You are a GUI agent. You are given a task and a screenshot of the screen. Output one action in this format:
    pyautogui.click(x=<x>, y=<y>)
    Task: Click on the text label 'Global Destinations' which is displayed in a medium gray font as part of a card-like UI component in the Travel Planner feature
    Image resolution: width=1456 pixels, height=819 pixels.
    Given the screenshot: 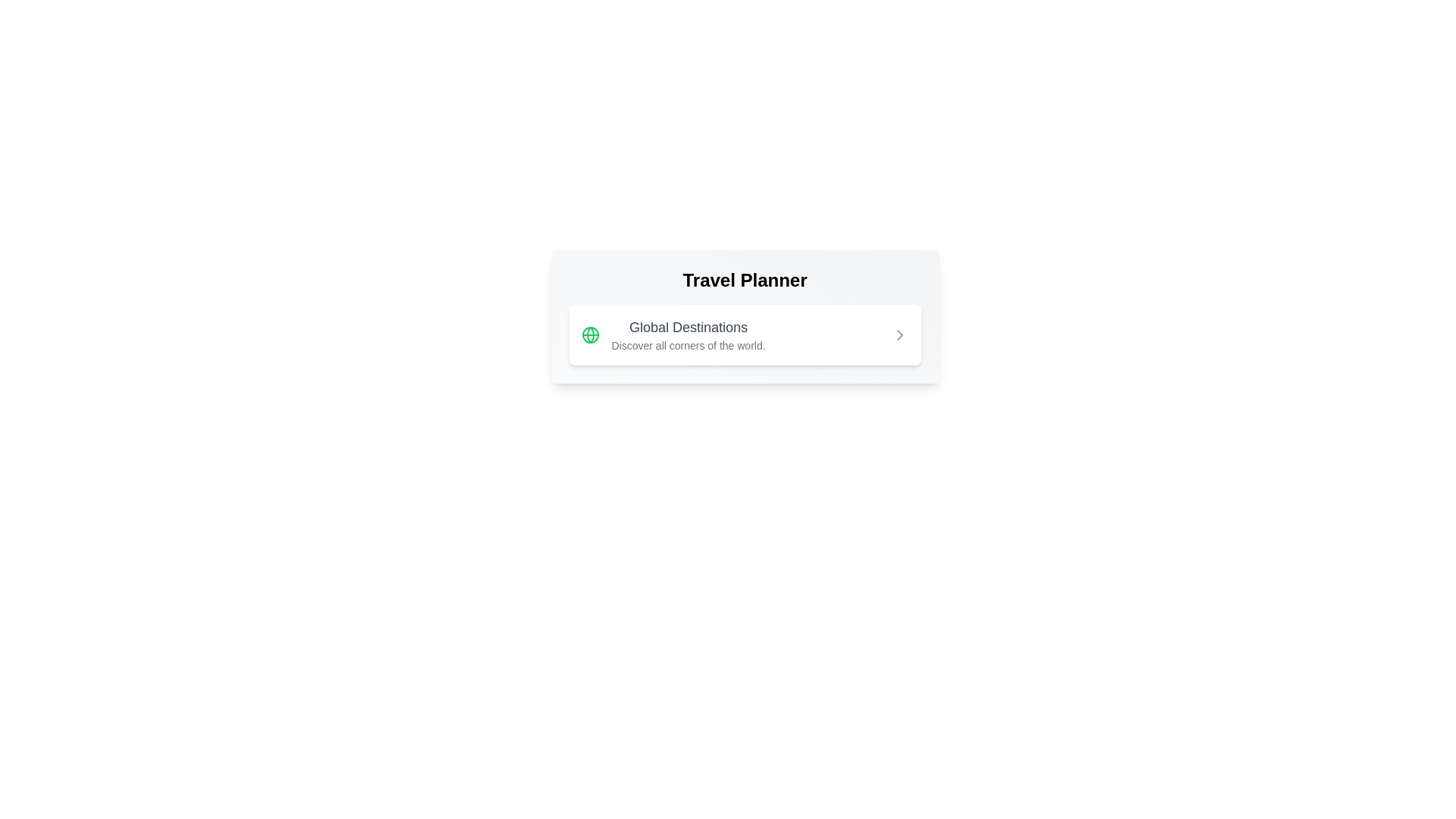 What is the action you would take?
    pyautogui.click(x=687, y=327)
    